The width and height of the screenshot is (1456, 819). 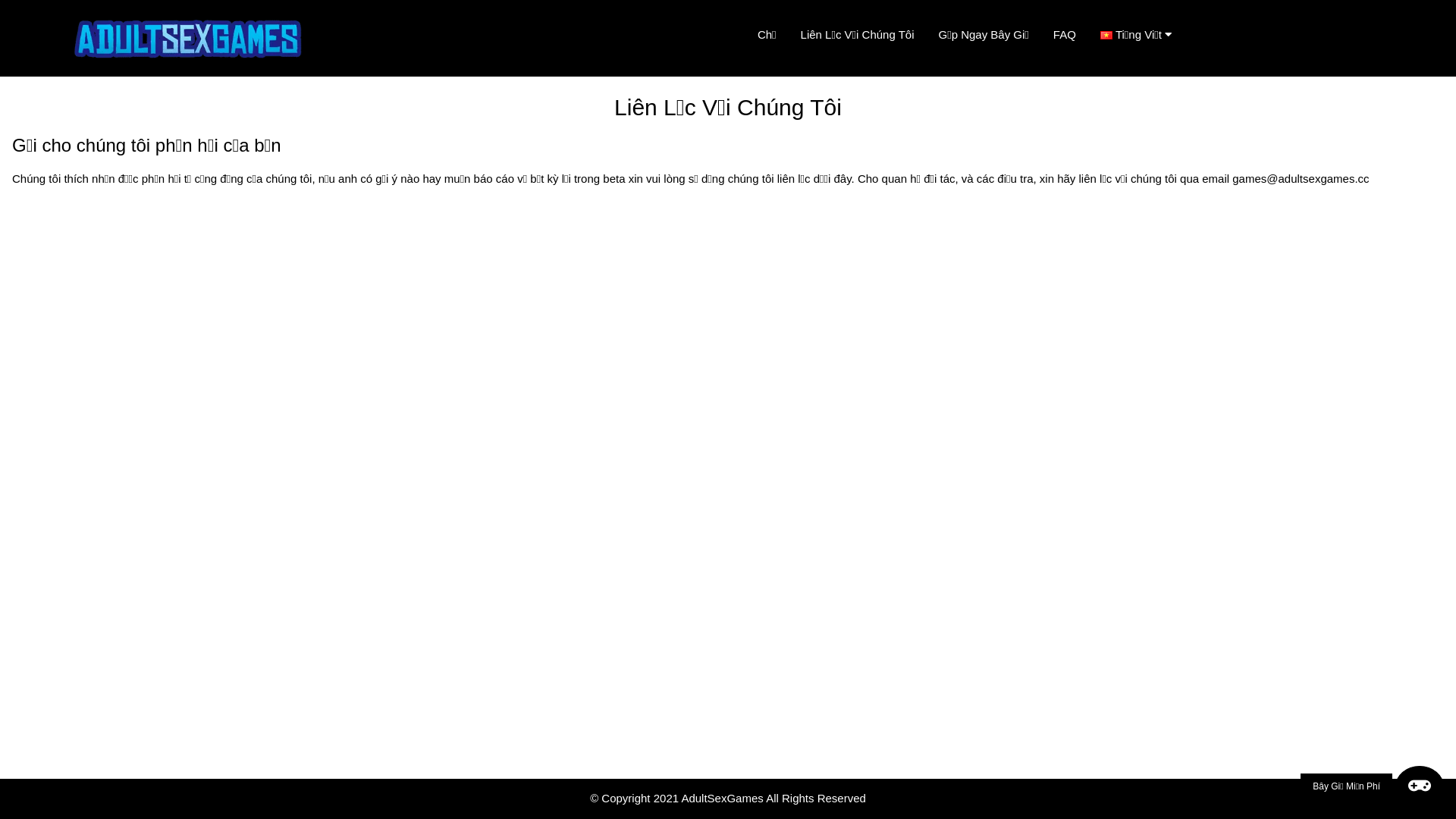 What do you see at coordinates (1063, 34) in the screenshot?
I see `'FAQ'` at bounding box center [1063, 34].